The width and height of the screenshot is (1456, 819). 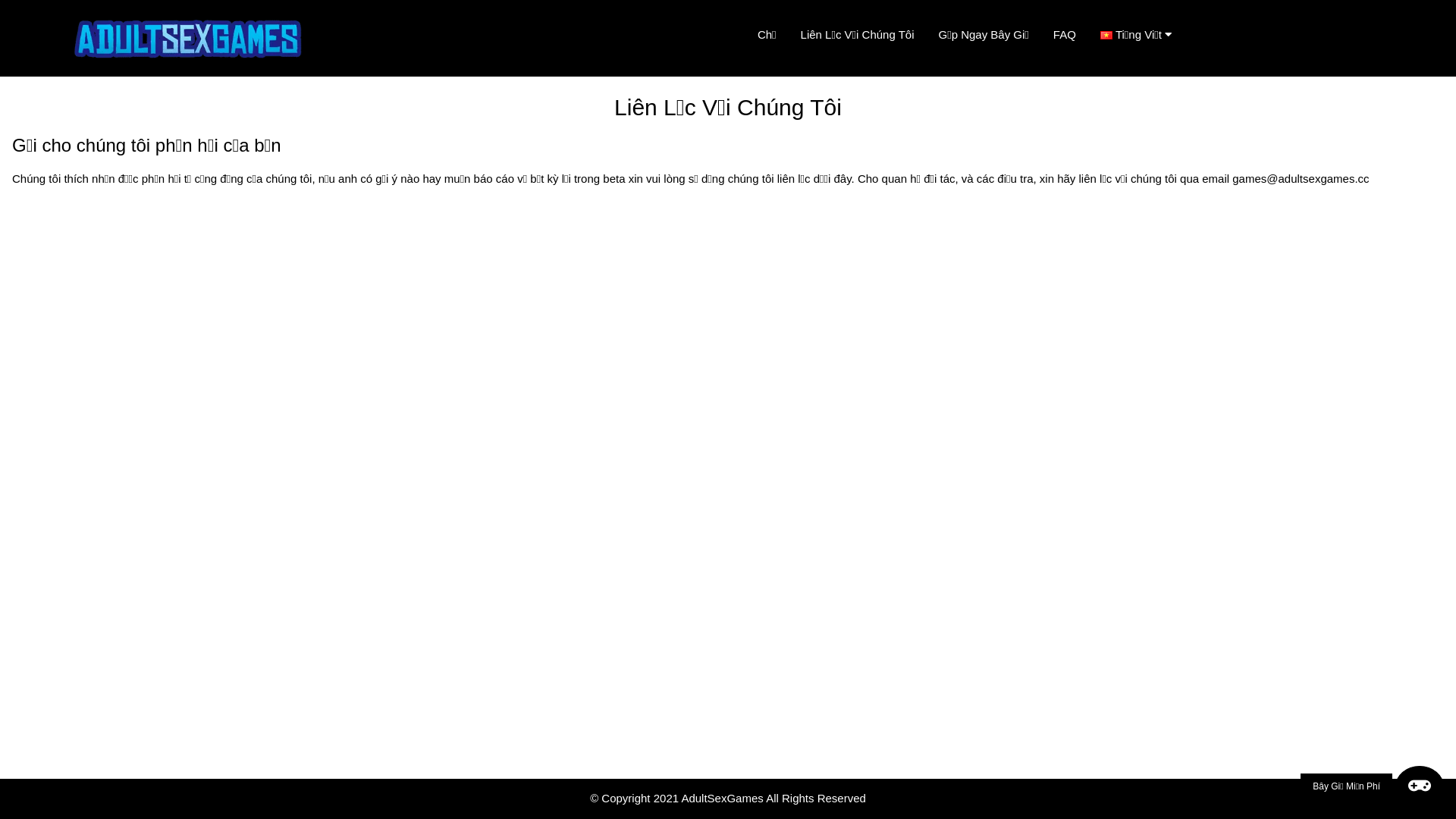 What do you see at coordinates (1063, 34) in the screenshot?
I see `'FAQ'` at bounding box center [1063, 34].